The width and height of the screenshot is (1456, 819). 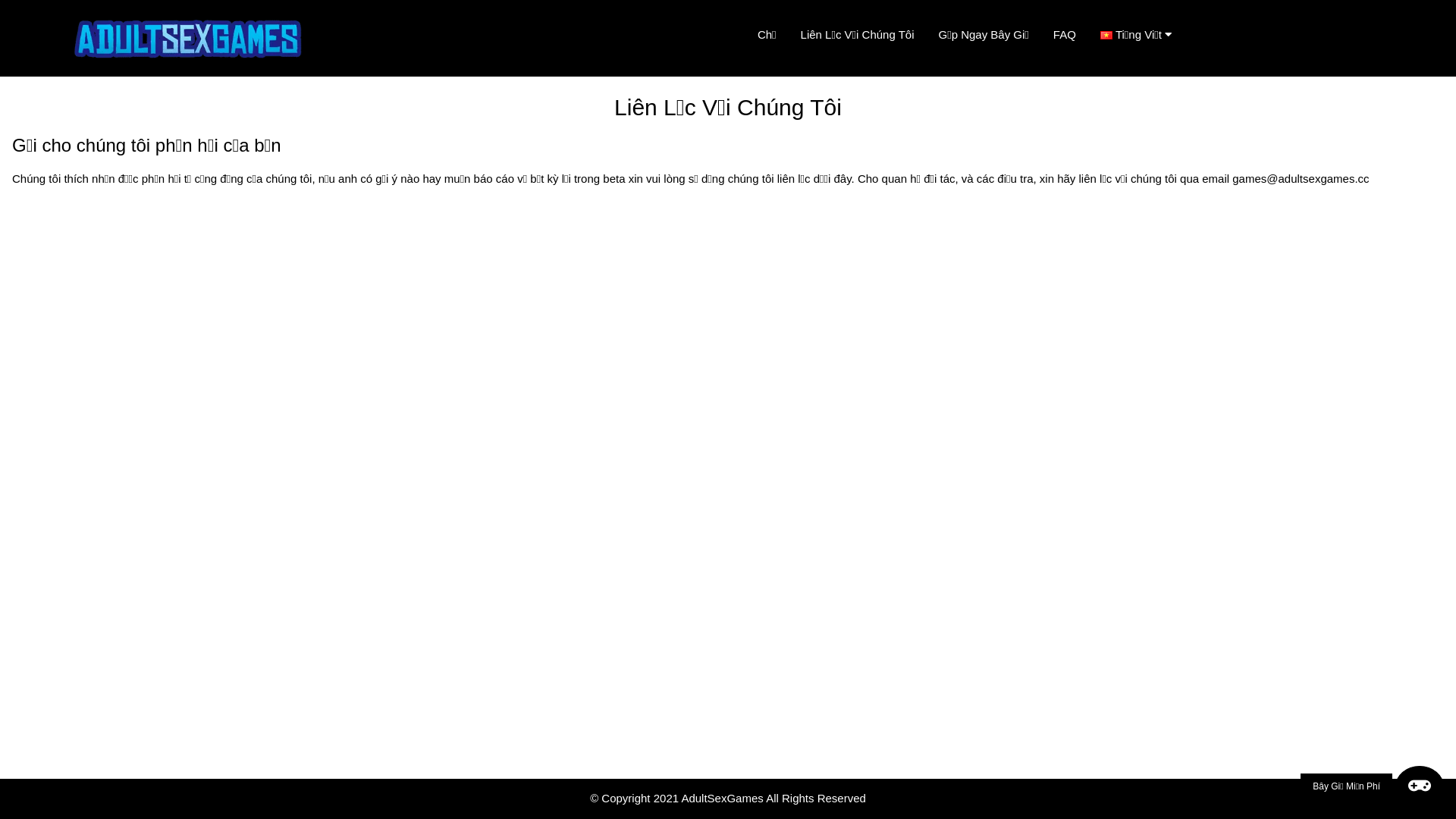 What do you see at coordinates (1063, 34) in the screenshot?
I see `'FAQ'` at bounding box center [1063, 34].